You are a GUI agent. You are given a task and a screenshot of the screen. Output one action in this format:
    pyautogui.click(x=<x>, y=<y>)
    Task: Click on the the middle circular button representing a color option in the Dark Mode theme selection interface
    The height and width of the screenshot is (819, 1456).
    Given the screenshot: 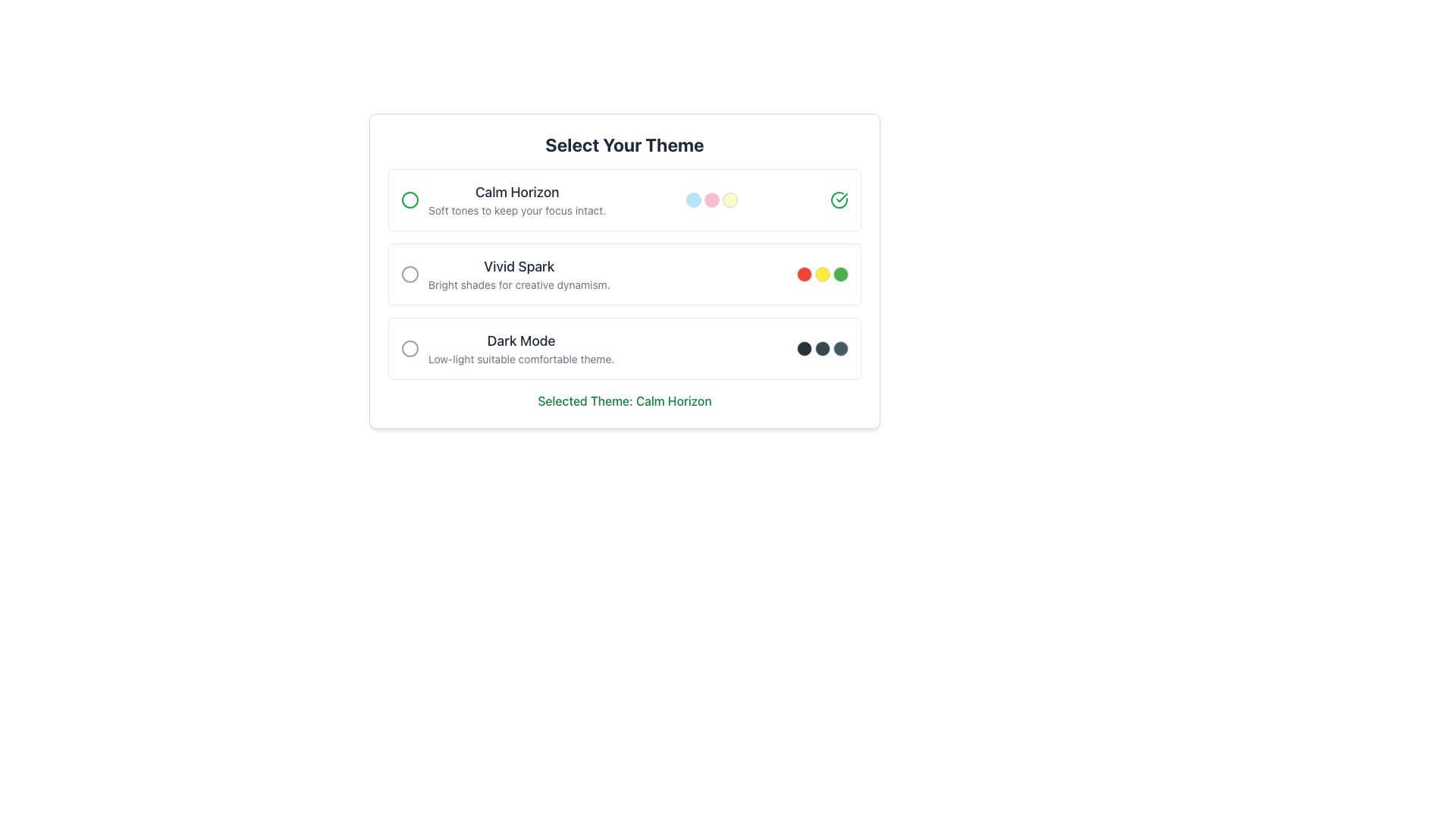 What is the action you would take?
    pyautogui.click(x=821, y=348)
    